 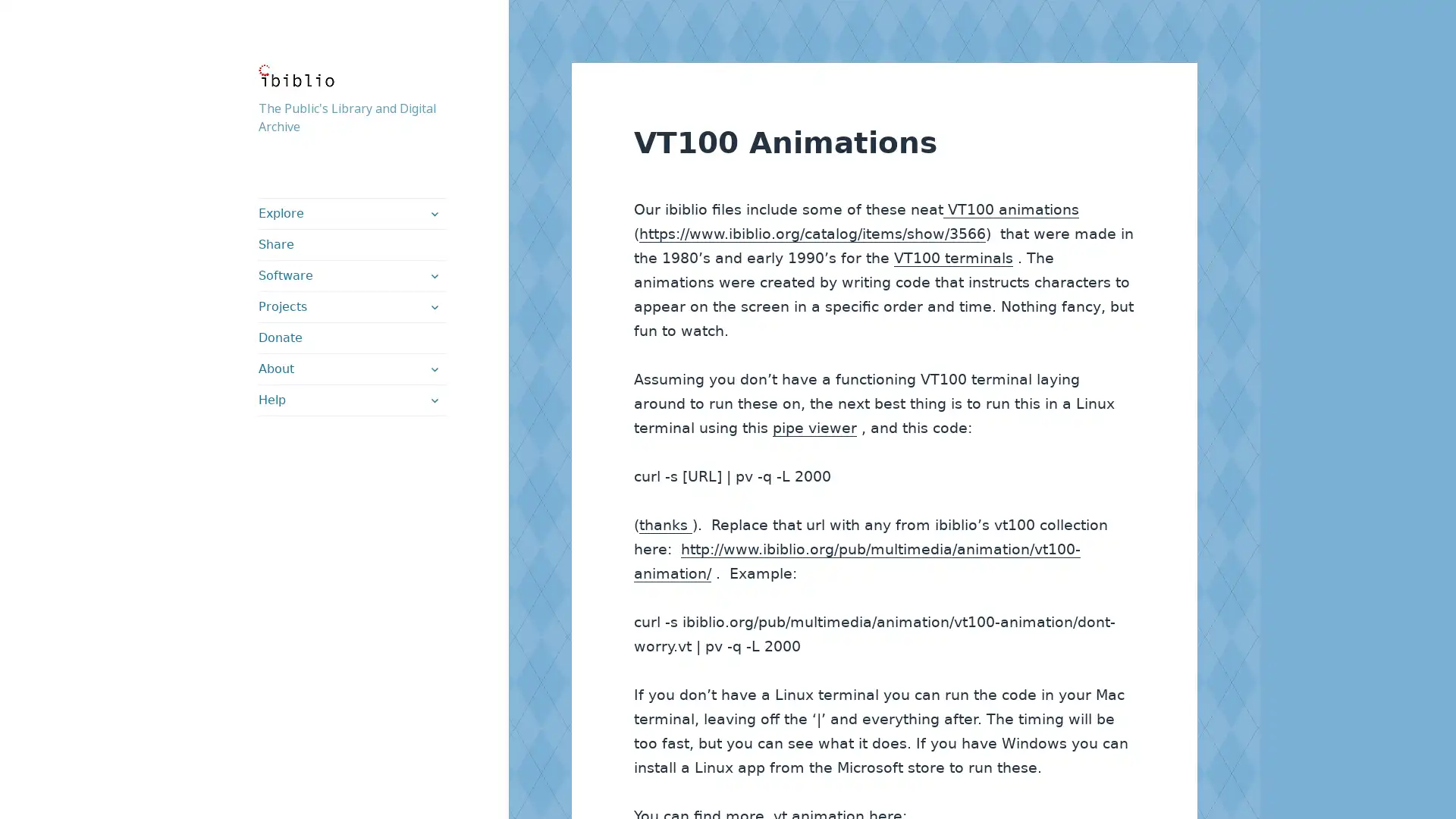 What do you see at coordinates (432, 400) in the screenshot?
I see `expand child menu` at bounding box center [432, 400].